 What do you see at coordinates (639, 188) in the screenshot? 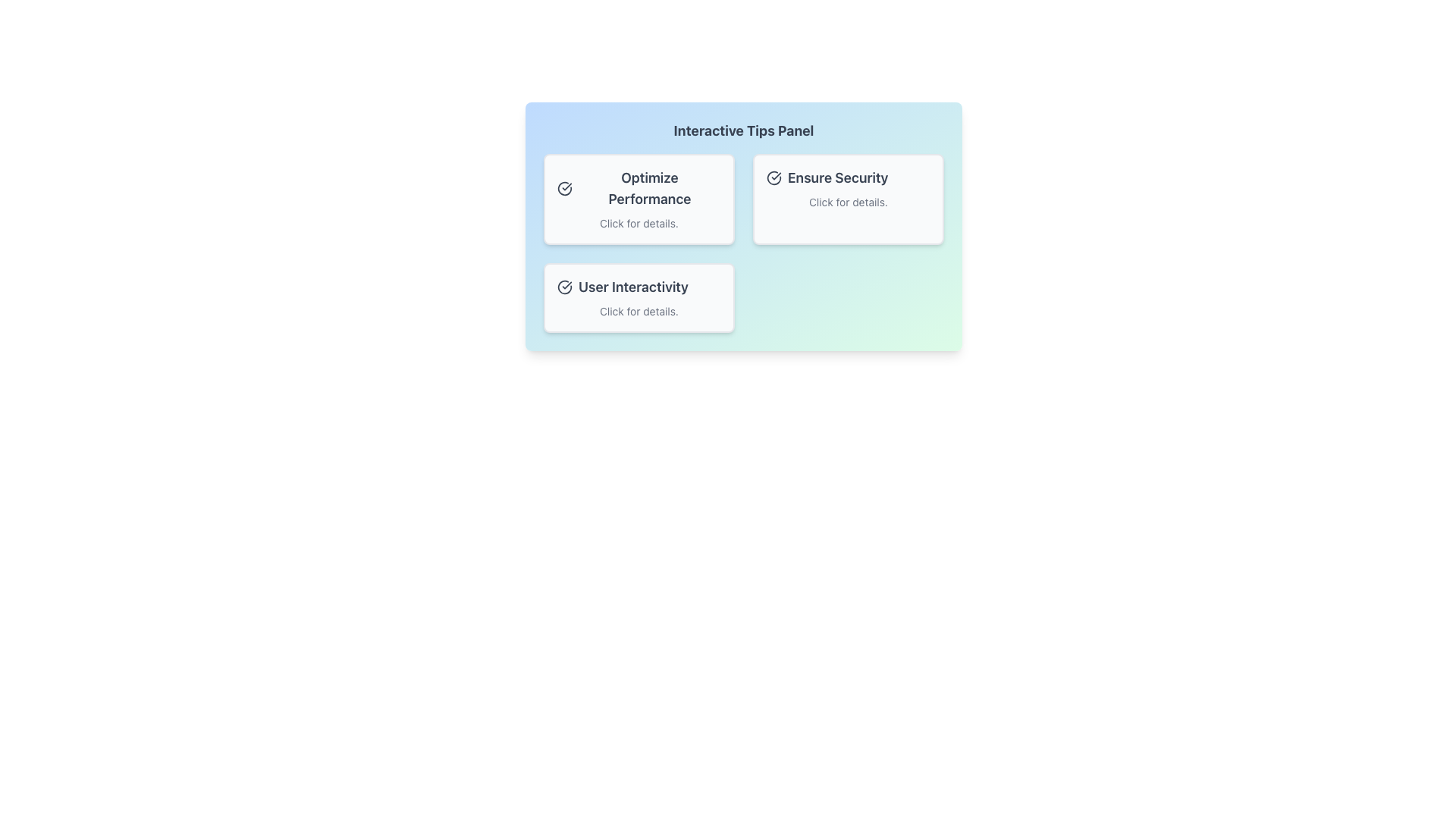
I see `the text label displaying 'Optimize Performance' which is part of a rectangular card in the top-left of a 2x2 grid layout` at bounding box center [639, 188].